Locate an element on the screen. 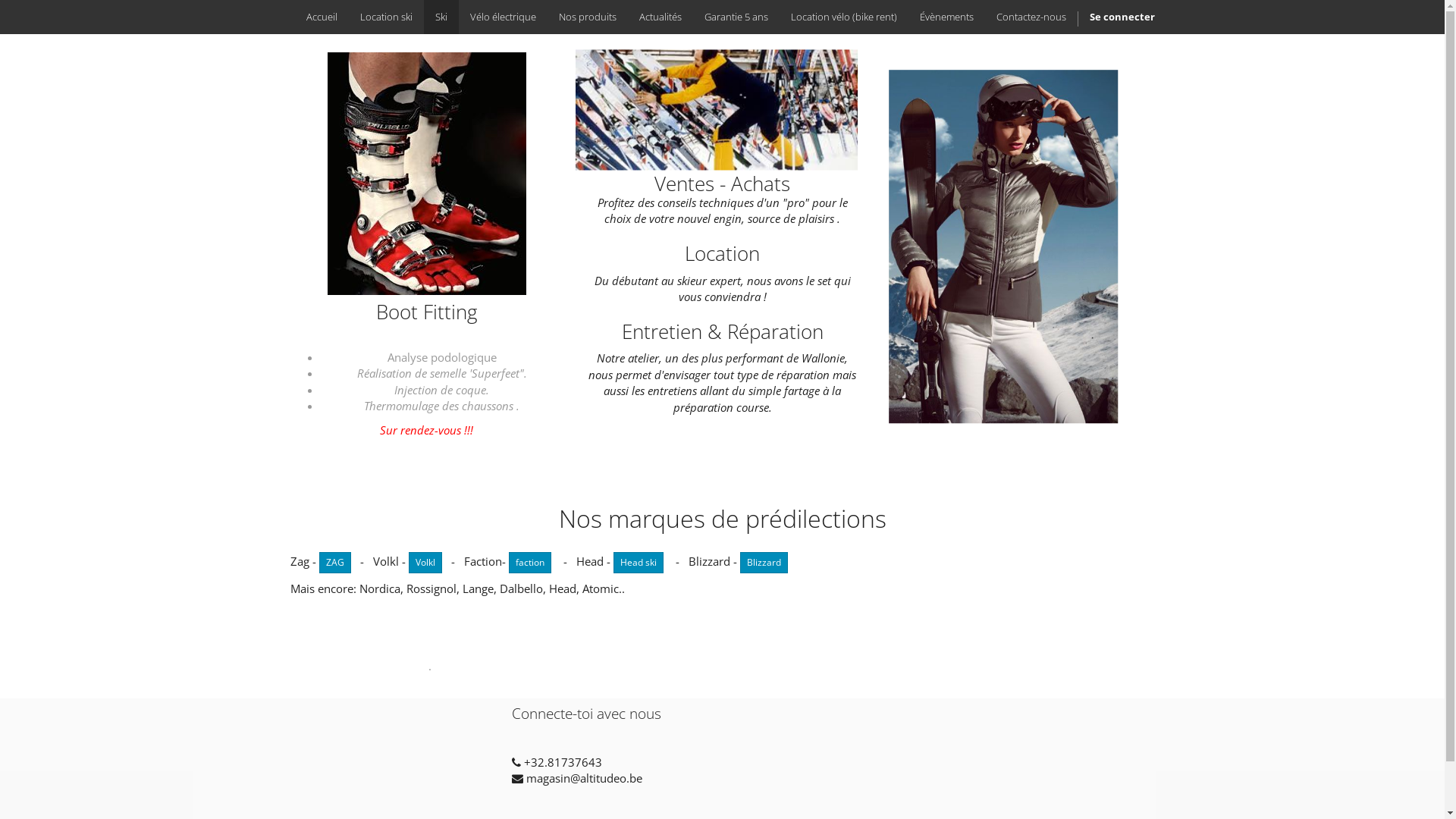  'ZAG' is located at coordinates (334, 562).